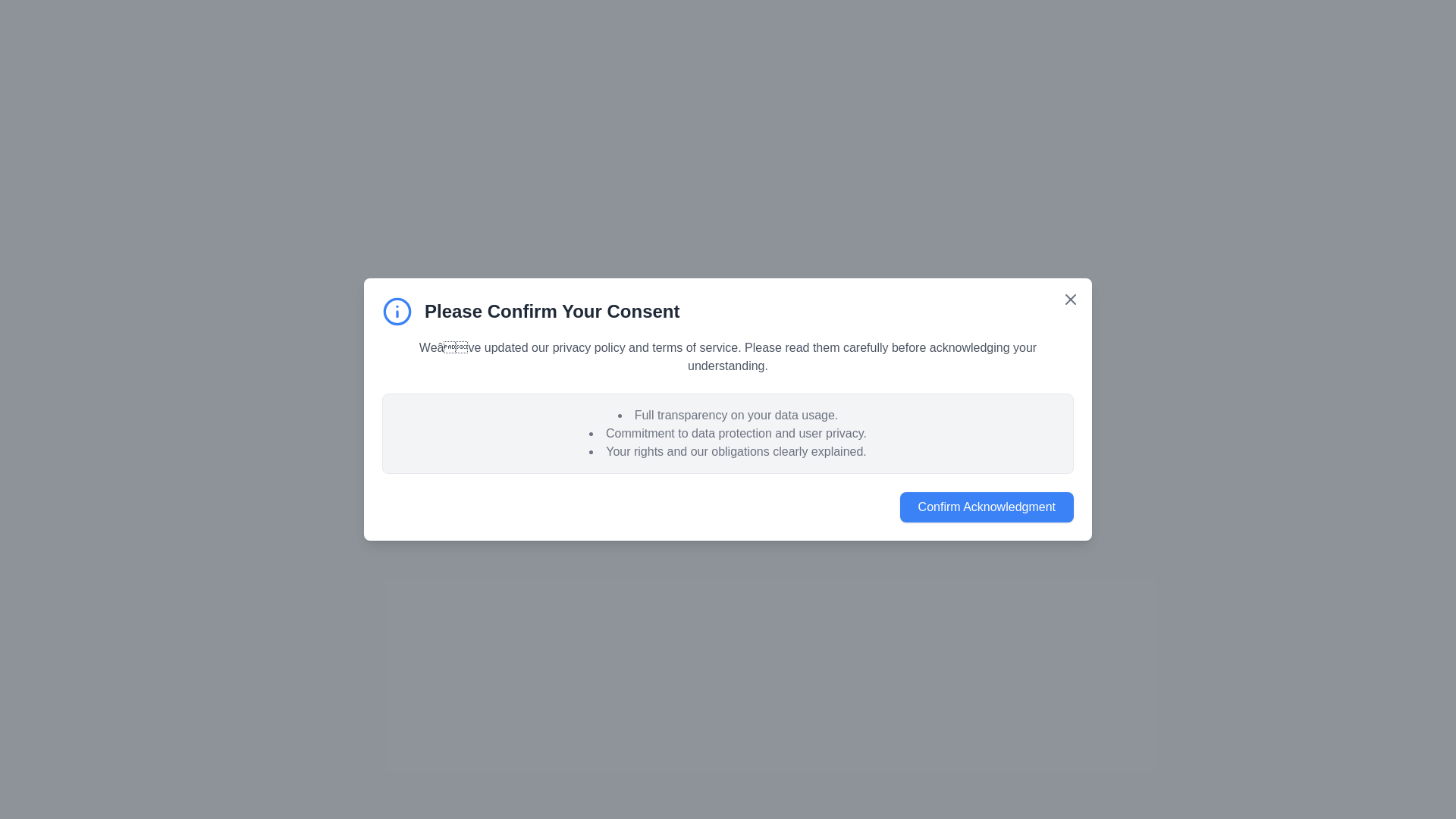 The image size is (1456, 819). I want to click on the informational icon to inspect it, so click(397, 311).